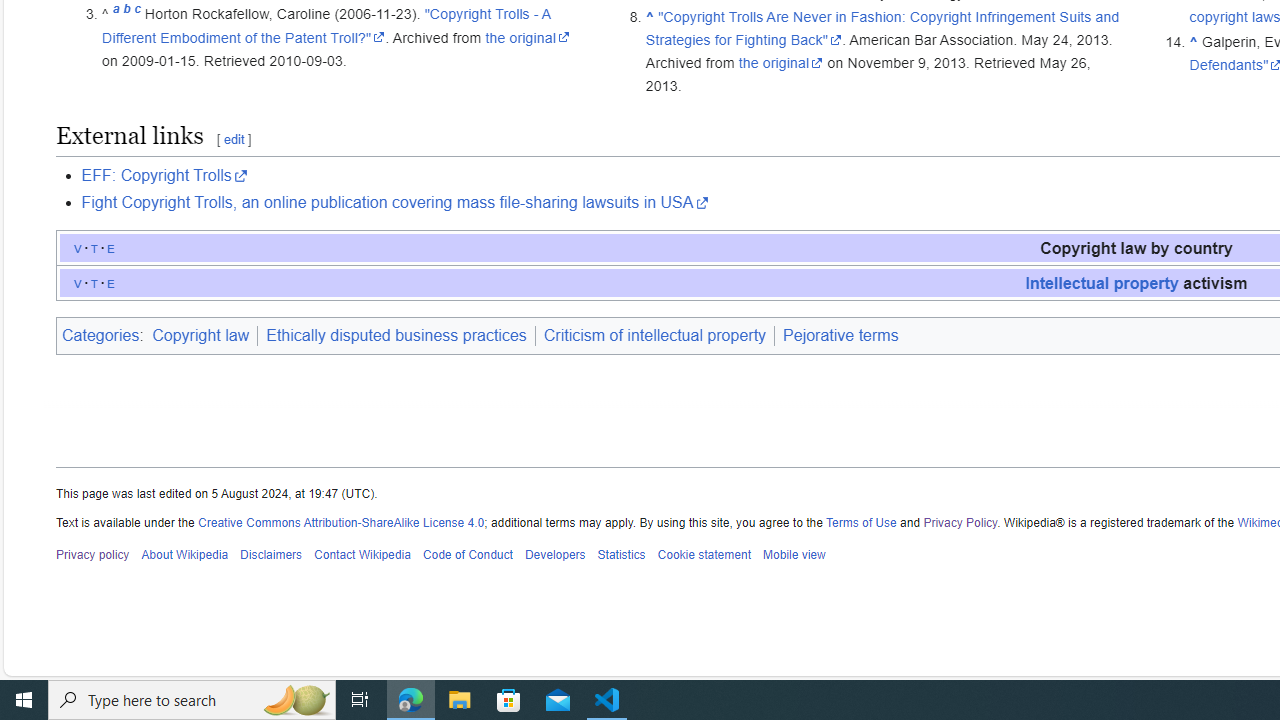 The height and width of the screenshot is (720, 1280). What do you see at coordinates (99, 334) in the screenshot?
I see `'Categories'` at bounding box center [99, 334].